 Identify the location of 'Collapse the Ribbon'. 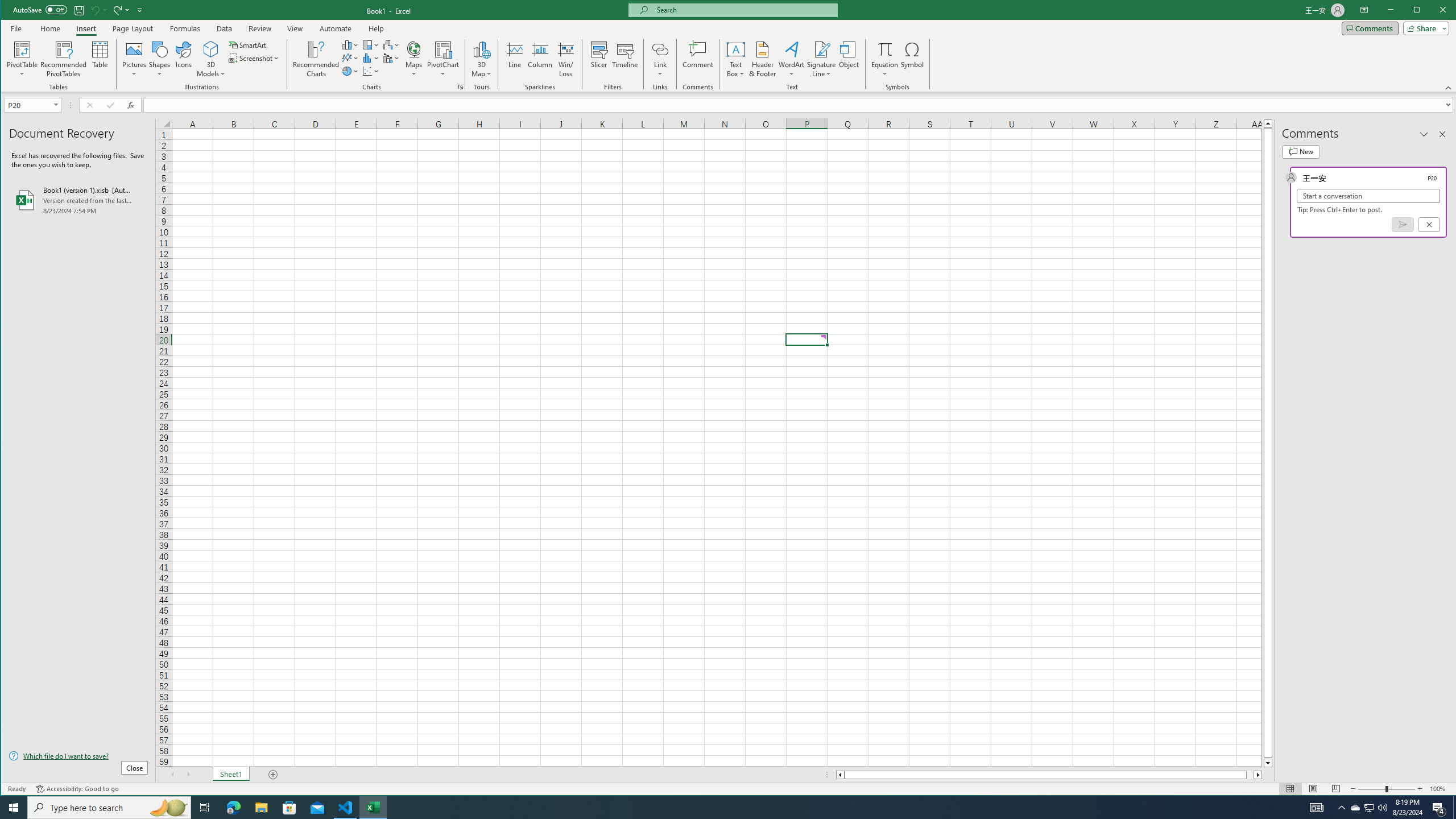
(1449, 87).